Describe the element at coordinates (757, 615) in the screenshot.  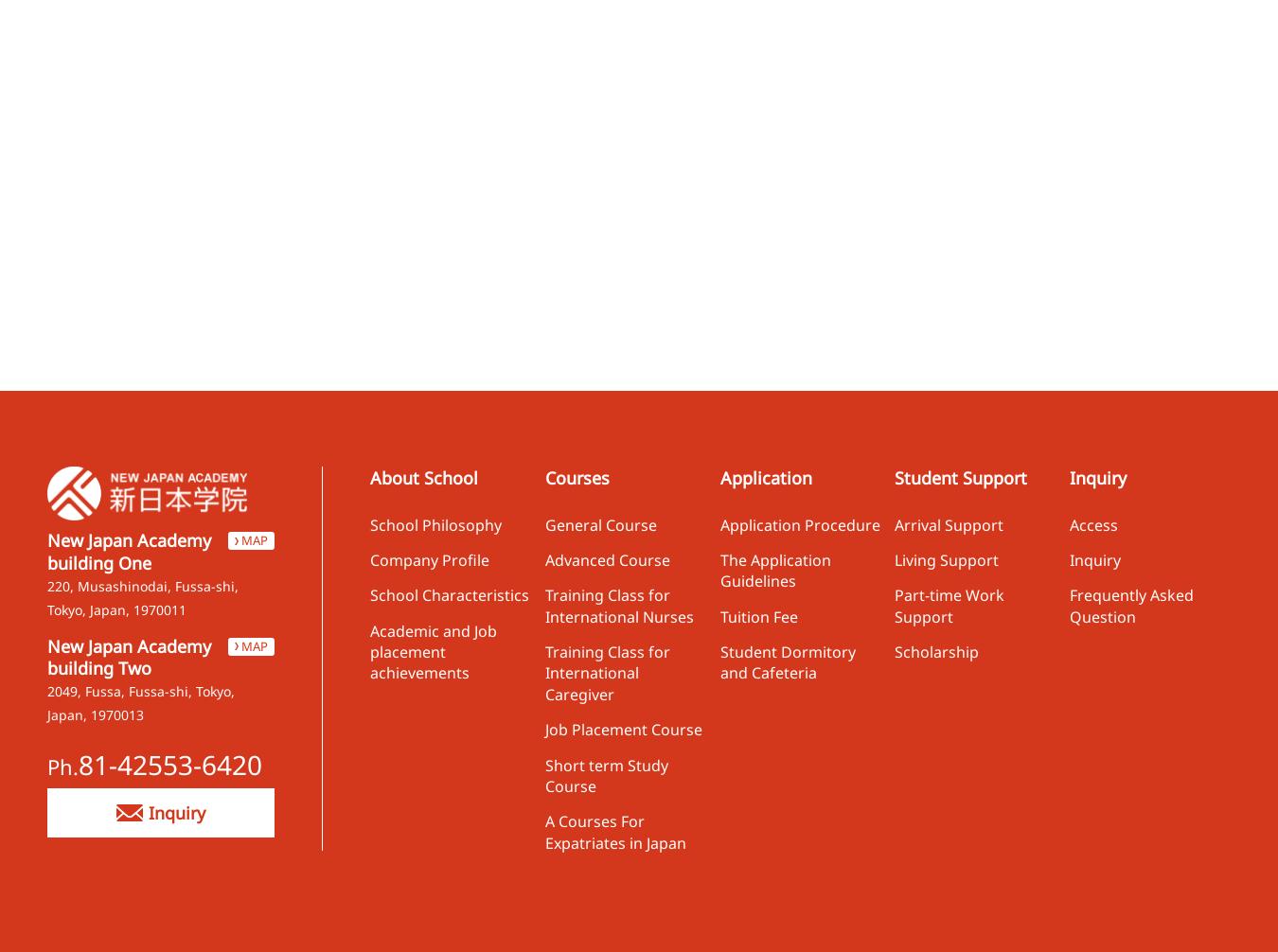
I see `'Tuition Fee'` at that location.